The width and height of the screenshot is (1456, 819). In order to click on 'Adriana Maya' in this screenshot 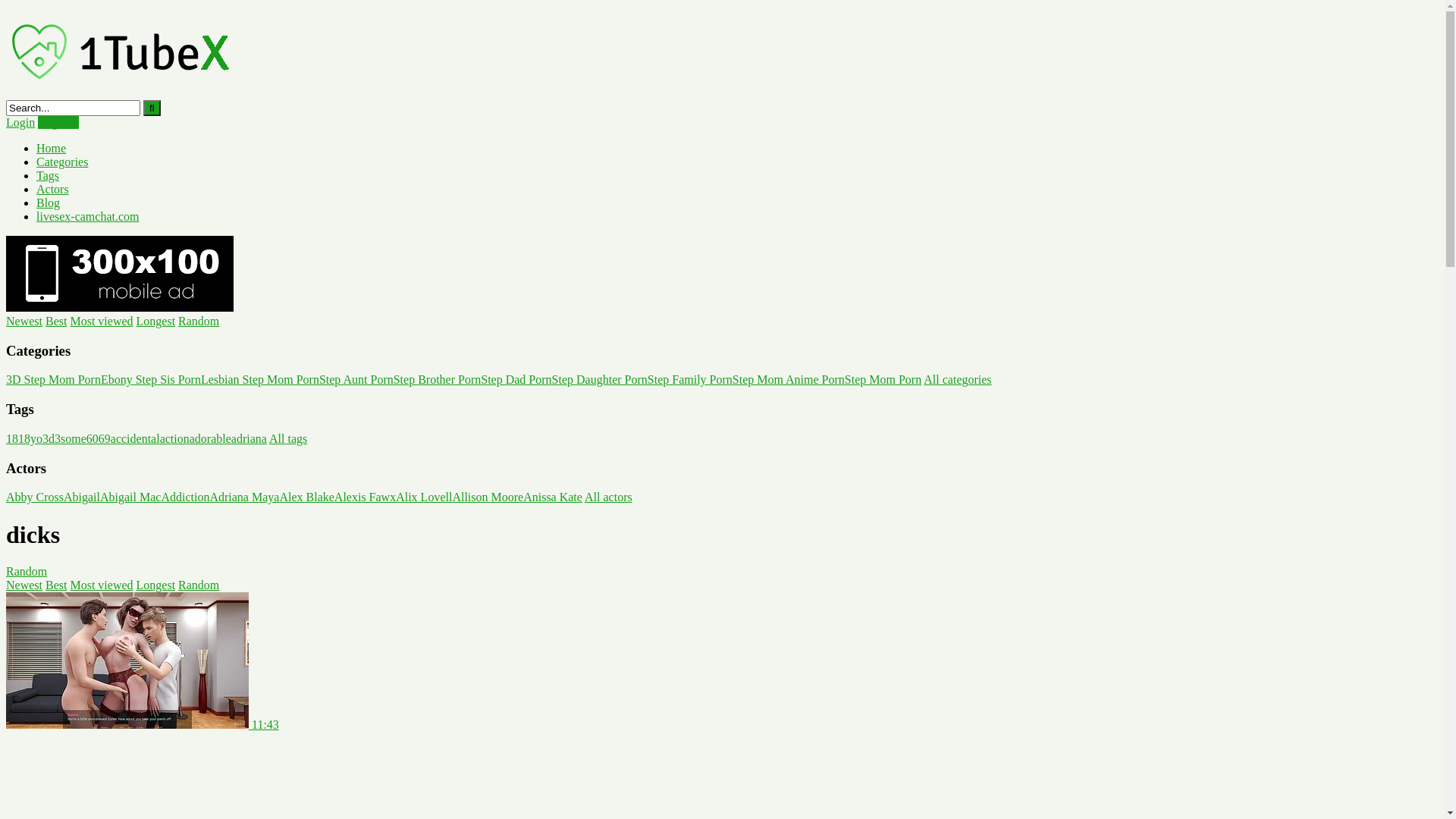, I will do `click(208, 497)`.